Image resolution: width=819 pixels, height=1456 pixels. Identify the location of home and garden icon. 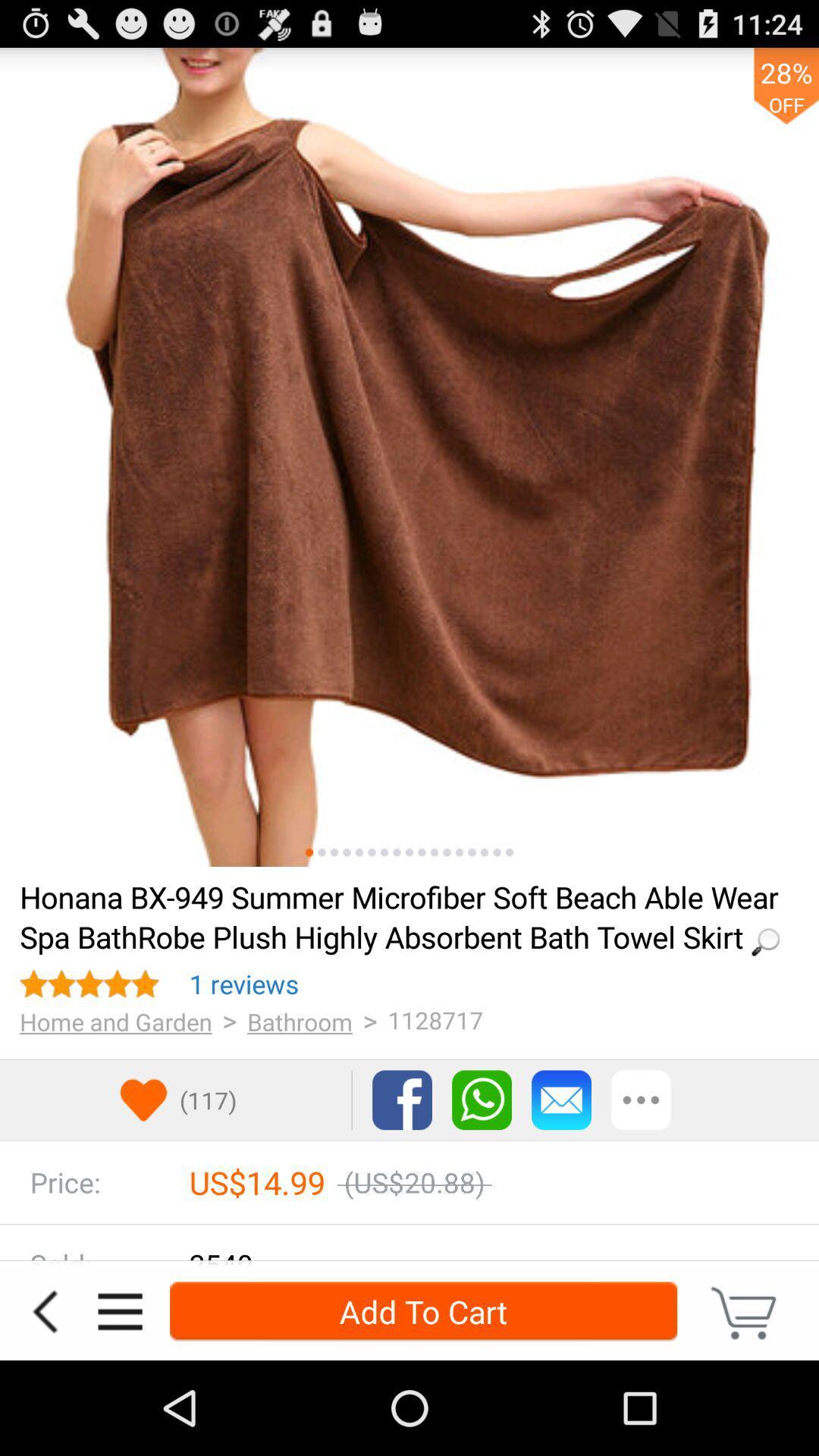
(115, 1021).